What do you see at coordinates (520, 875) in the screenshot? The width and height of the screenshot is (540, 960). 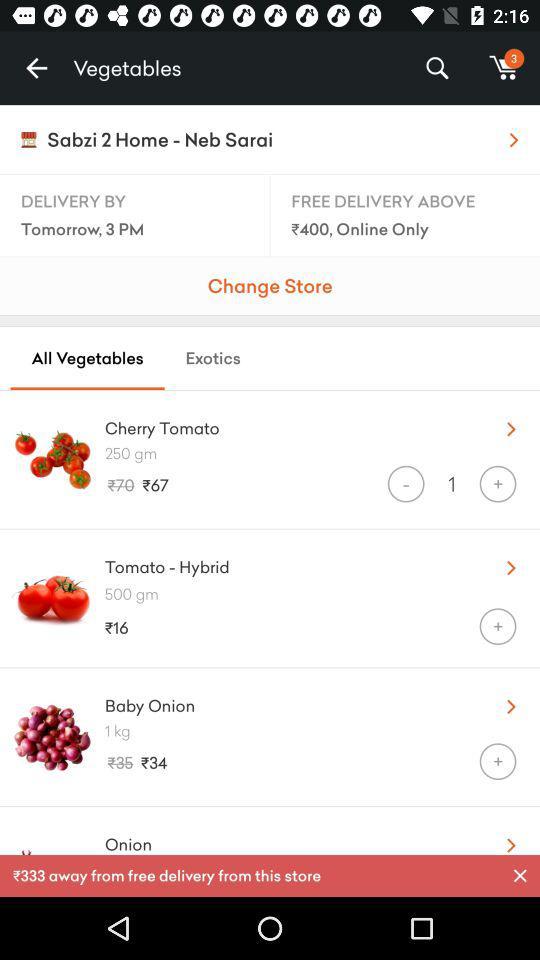 I see `the item next to the 333 away from` at bounding box center [520, 875].